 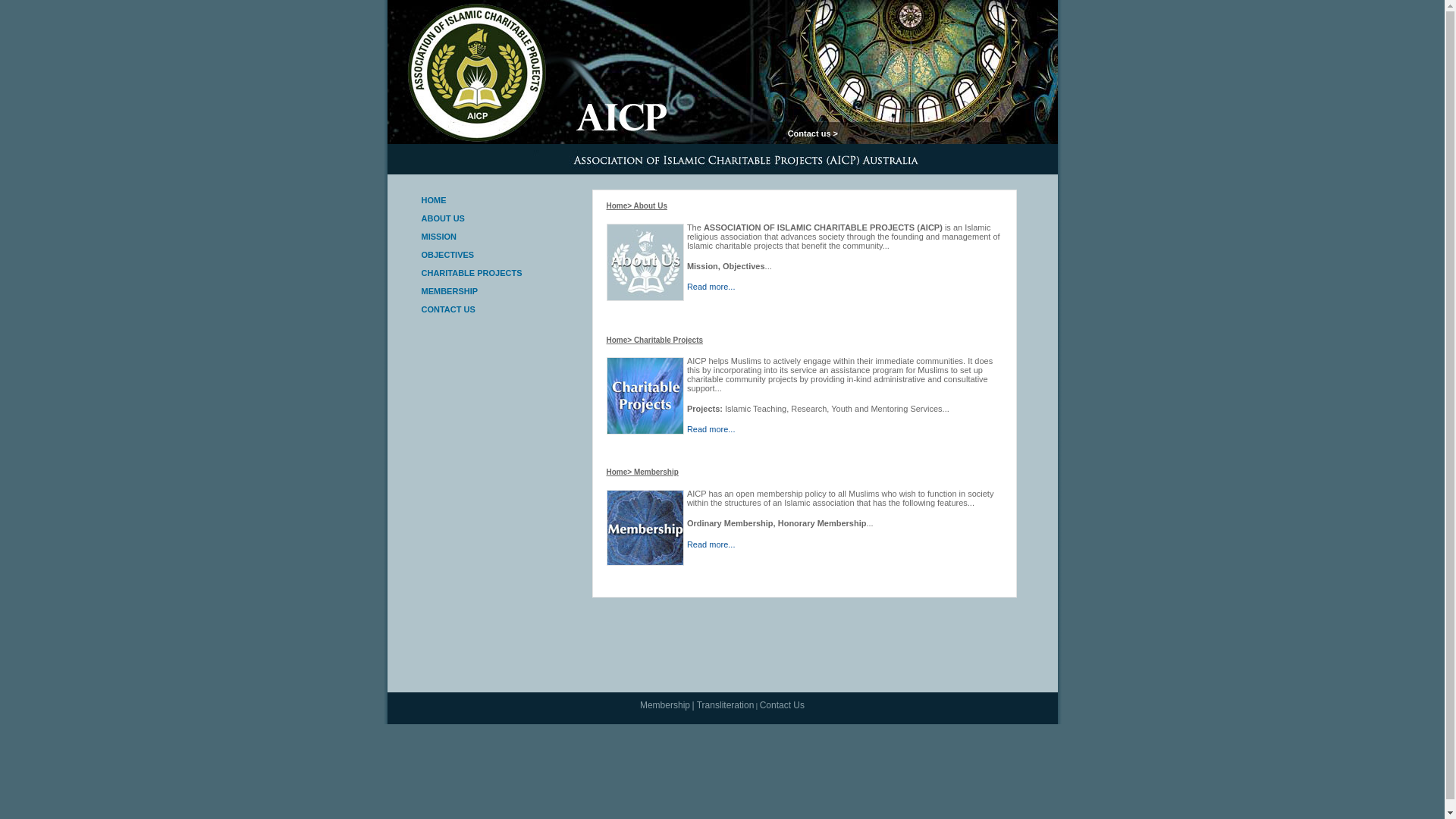 What do you see at coordinates (782, 704) in the screenshot?
I see `'Contact Us'` at bounding box center [782, 704].